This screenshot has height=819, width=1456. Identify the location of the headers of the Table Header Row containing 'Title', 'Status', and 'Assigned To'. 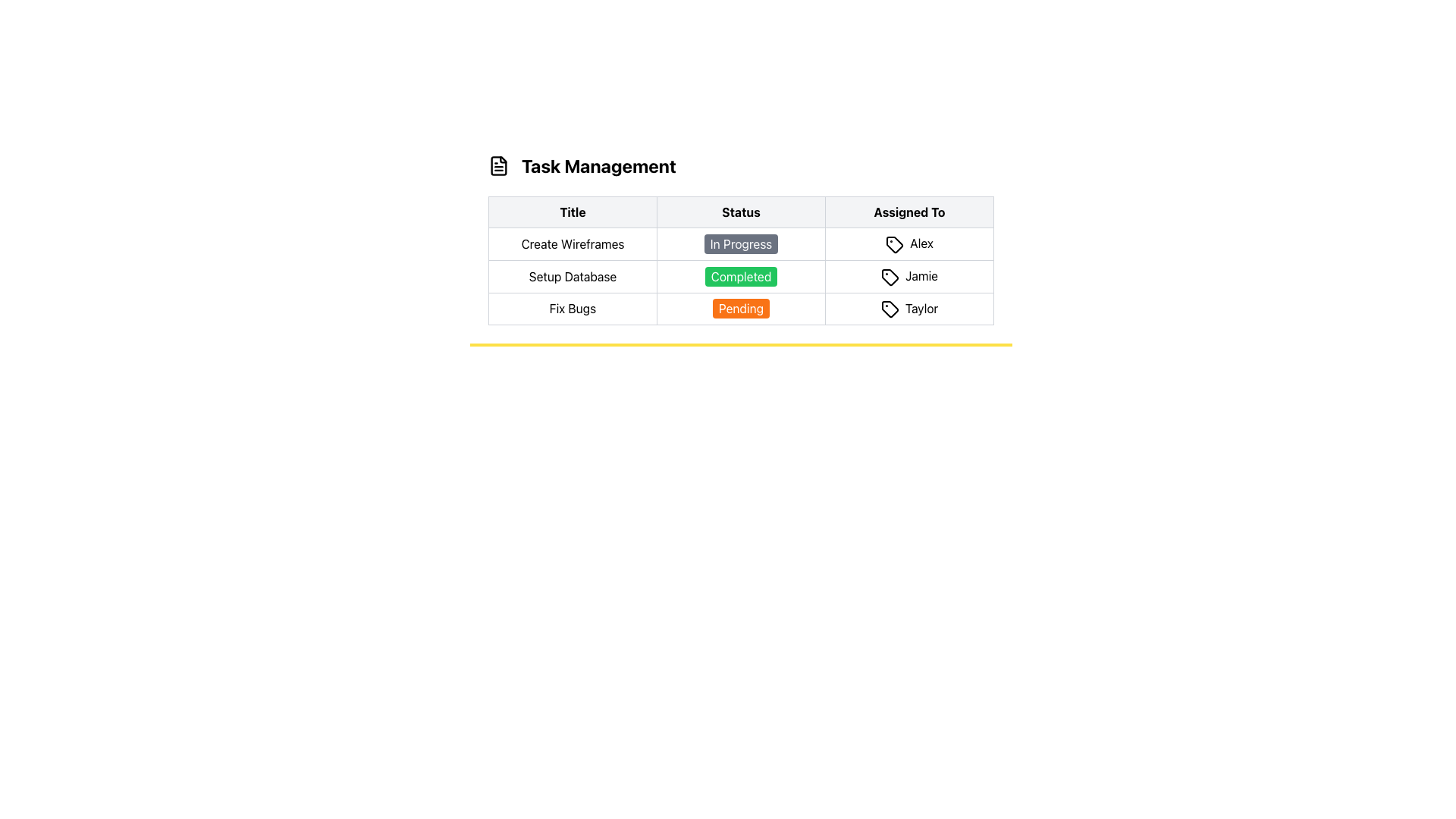
(741, 212).